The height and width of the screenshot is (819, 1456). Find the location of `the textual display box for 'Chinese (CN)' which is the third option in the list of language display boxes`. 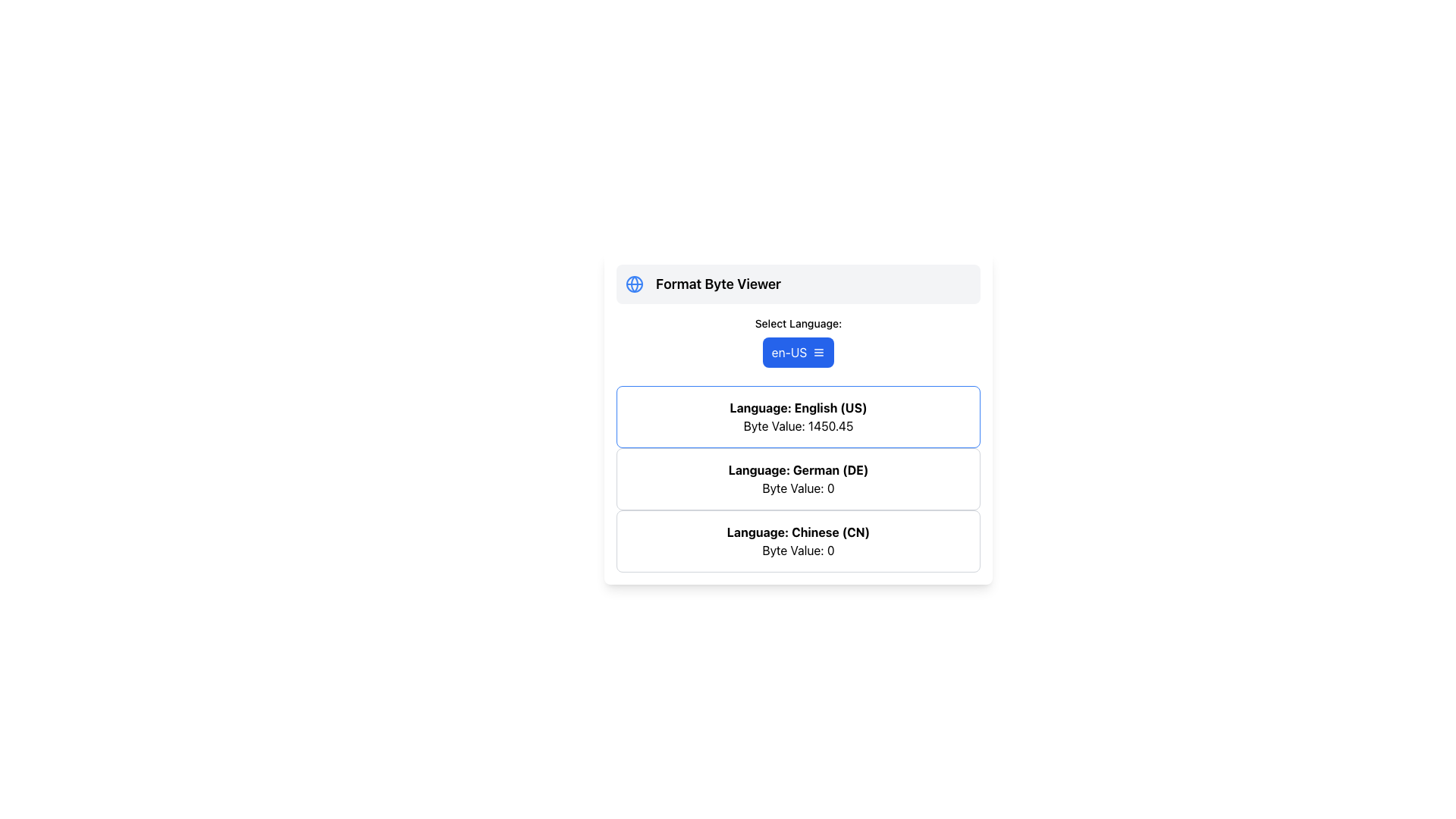

the textual display box for 'Chinese (CN)' which is the third option in the list of language display boxes is located at coordinates (797, 540).